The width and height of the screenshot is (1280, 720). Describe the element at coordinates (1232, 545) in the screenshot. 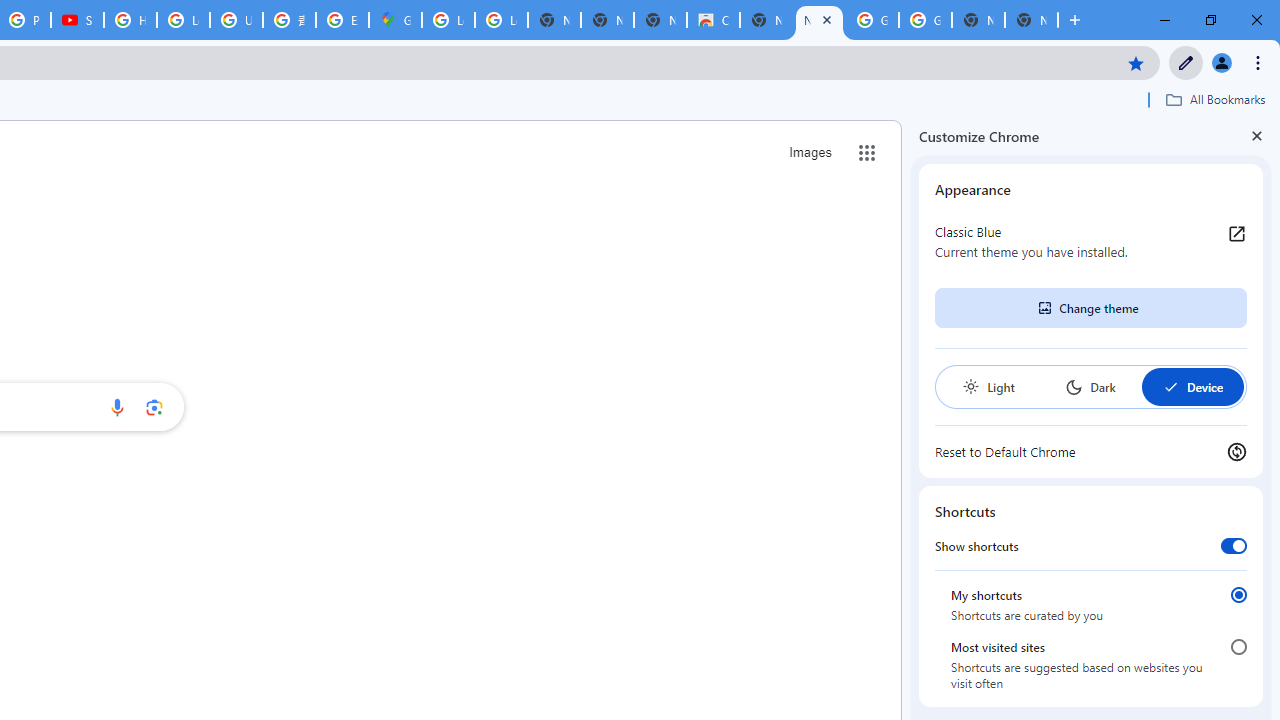

I see `'Show shortcuts'` at that location.